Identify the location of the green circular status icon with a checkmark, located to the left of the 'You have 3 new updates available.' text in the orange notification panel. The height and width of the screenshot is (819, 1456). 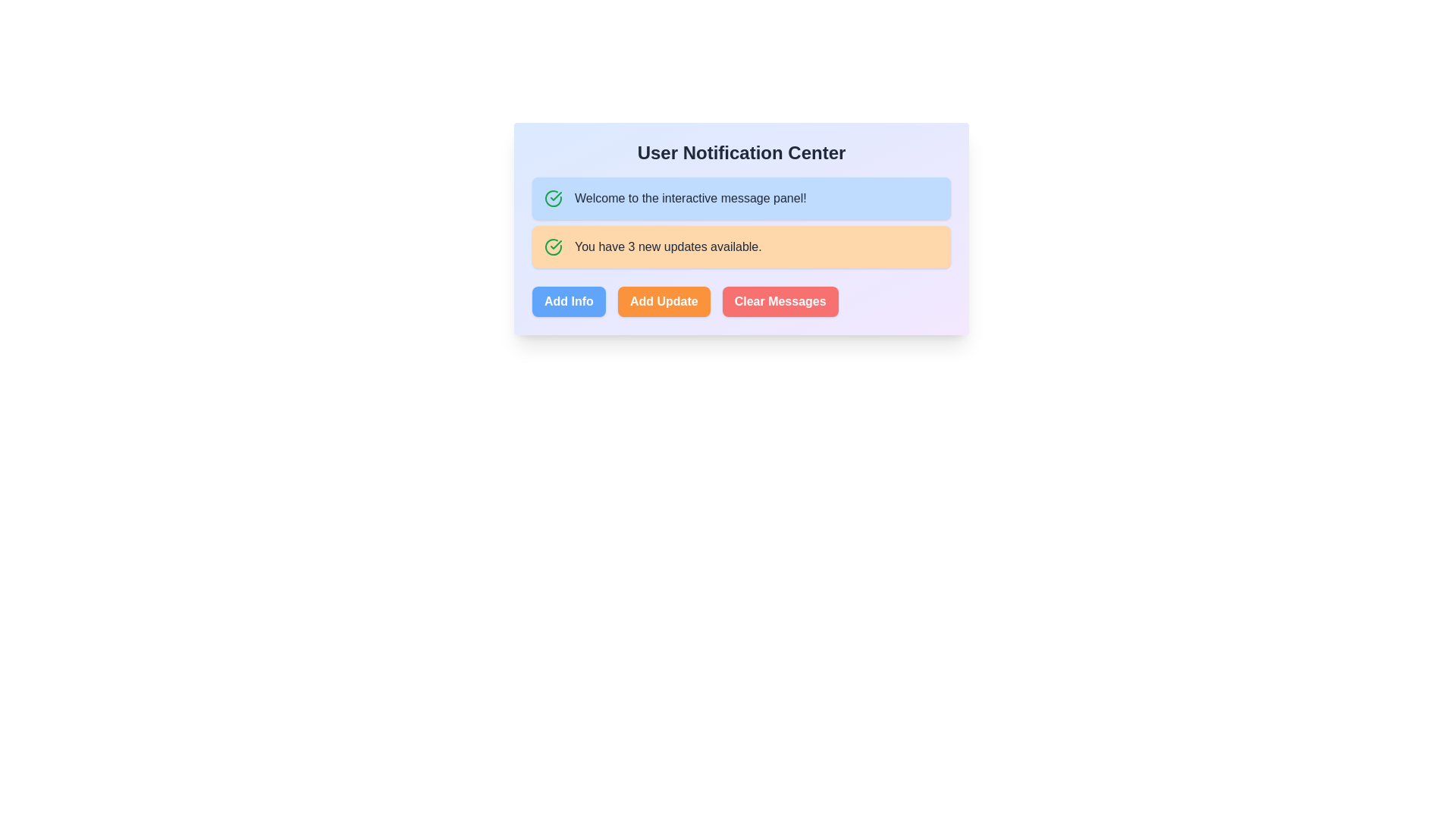
(552, 246).